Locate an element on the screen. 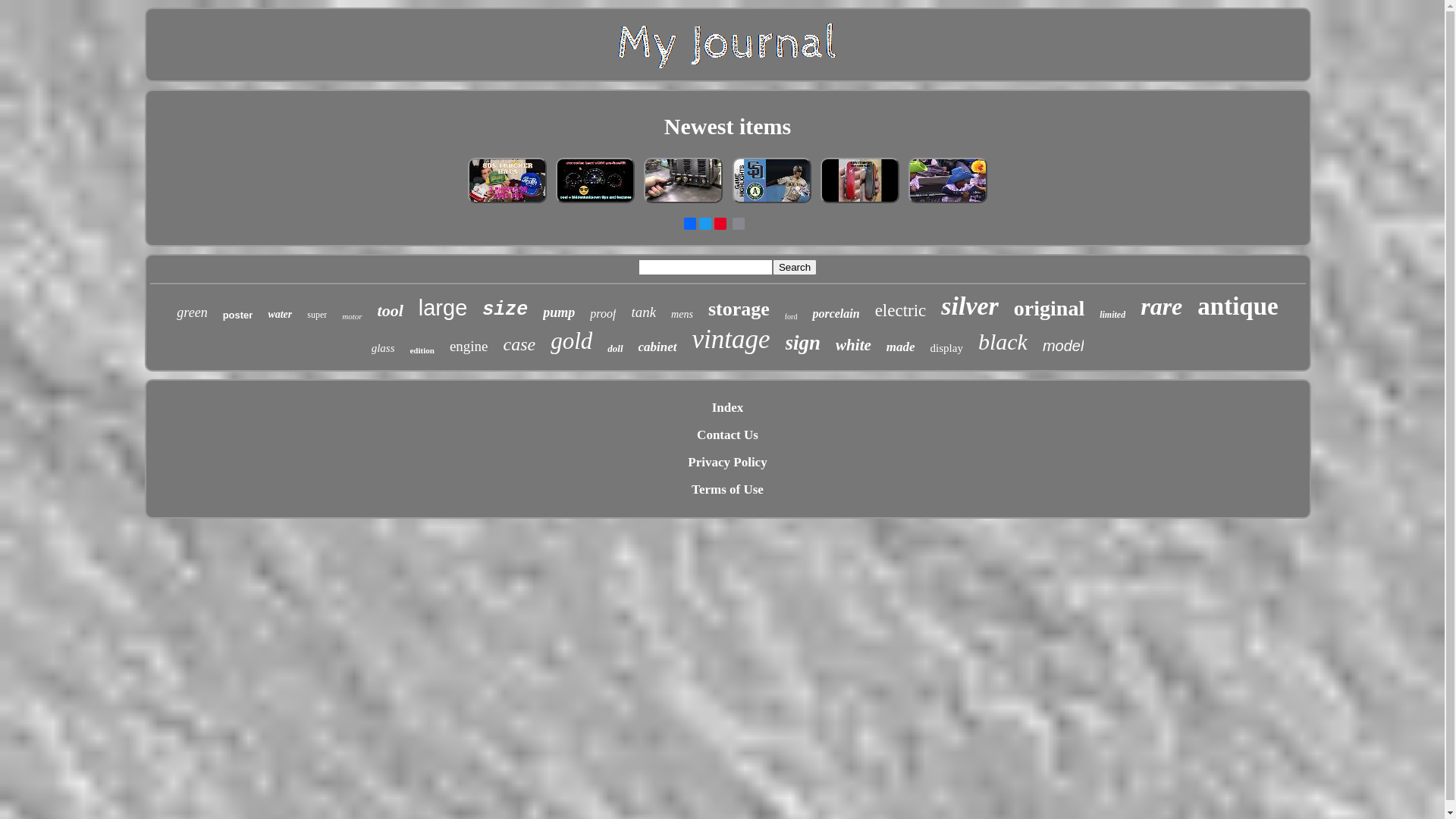 The image size is (1456, 819). 'Twitter' is located at coordinates (704, 223).